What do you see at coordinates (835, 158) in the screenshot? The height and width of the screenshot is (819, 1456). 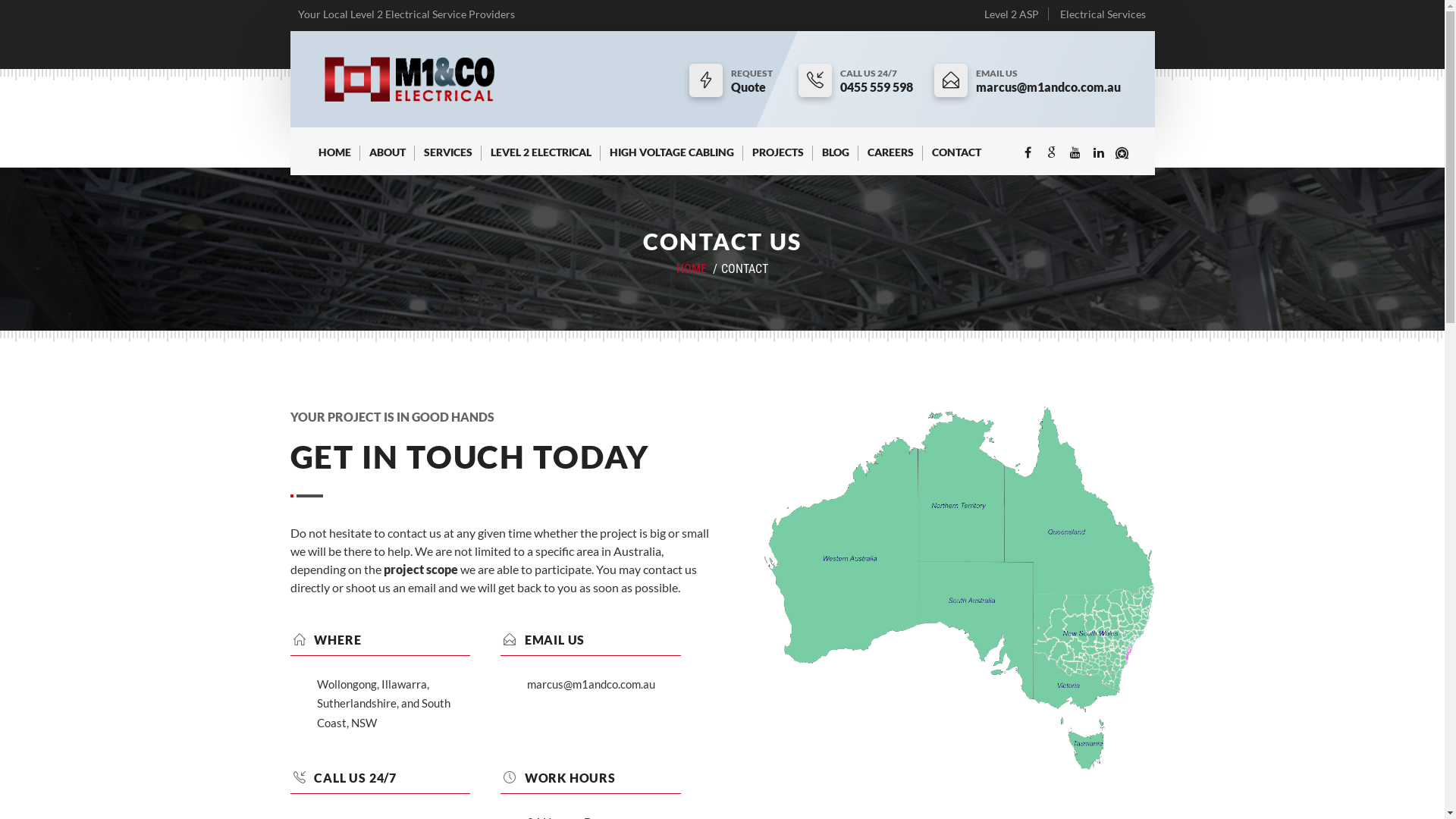 I see `'BLOG'` at bounding box center [835, 158].